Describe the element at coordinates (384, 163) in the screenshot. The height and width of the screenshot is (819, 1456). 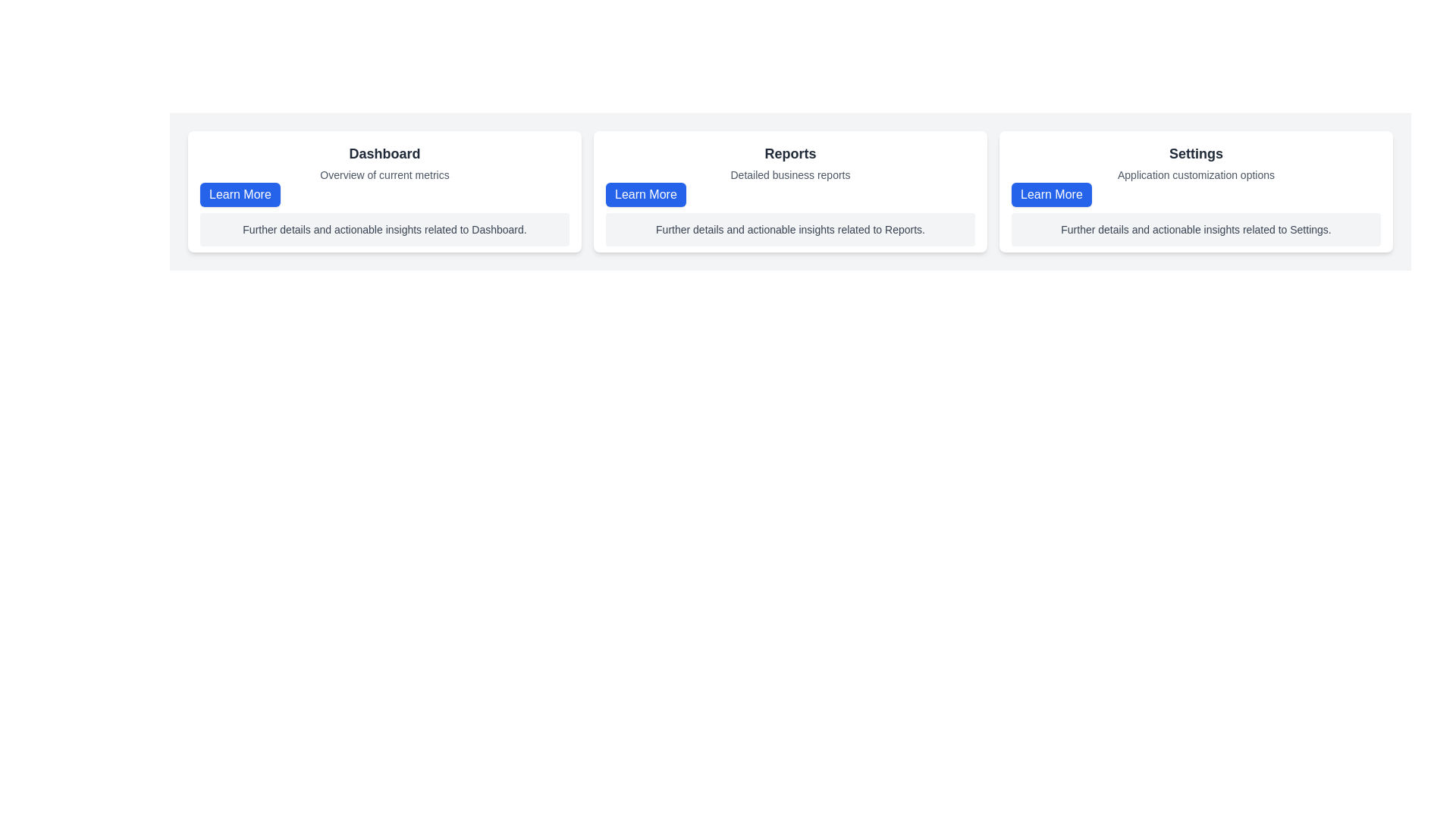
I see `the composite text element that serves as a header and subtitle pair, featuring 'Dashboard' as the bold title and 'Overview of current metrics' as the lighter subtitle, located at the top-left corner of a card layout` at that location.